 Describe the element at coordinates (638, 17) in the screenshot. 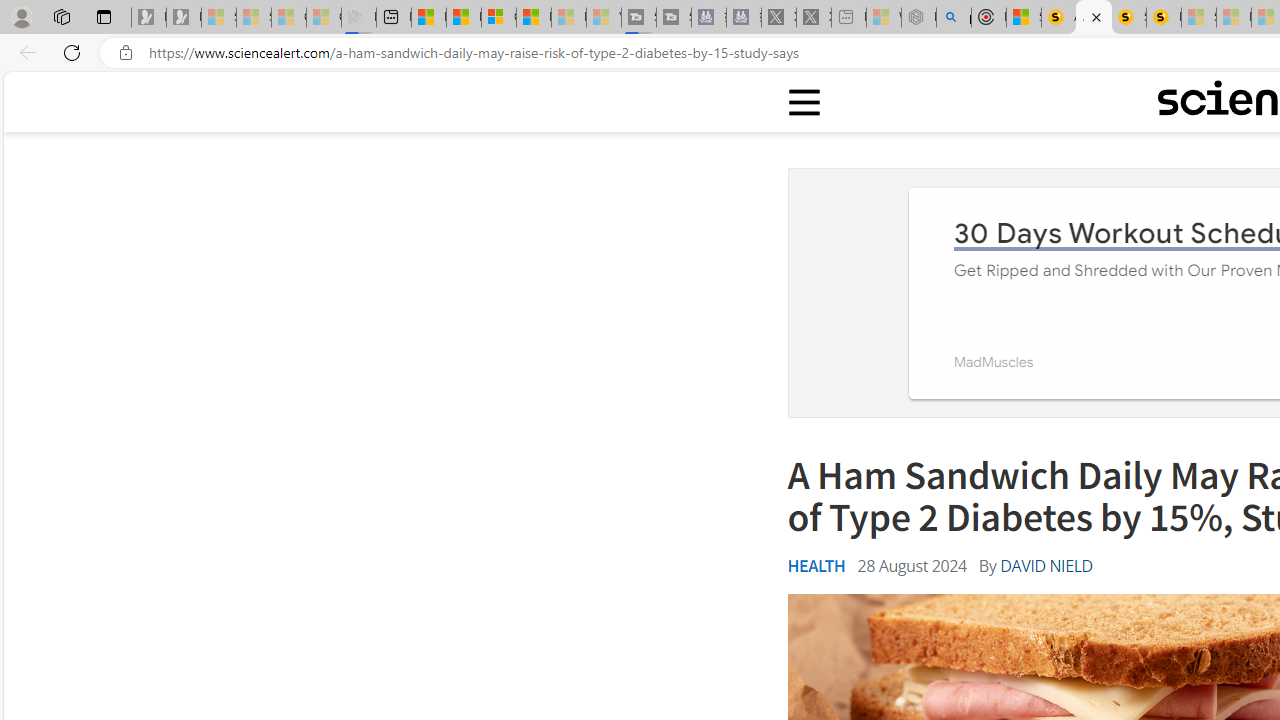

I see `'Streaming Coverage | T3 - Sleeping'` at that location.